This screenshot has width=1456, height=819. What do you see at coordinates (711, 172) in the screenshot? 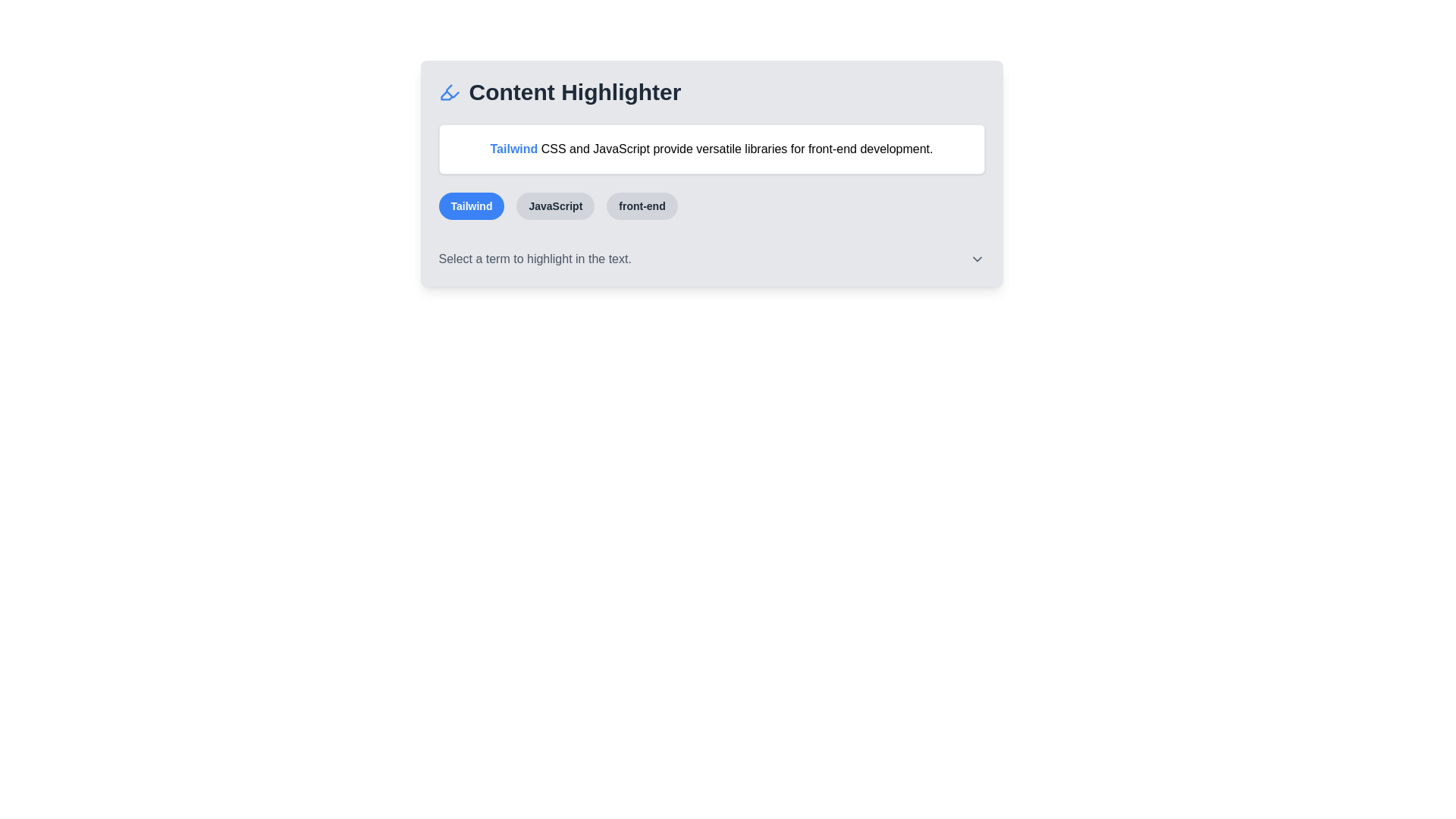
I see `the text block containing the descriptive text 'Tailwind CSS and JavaScript provide versatile libraries for front-end development.' which is located centrally below the title 'Content Highlighter' within the card-like component` at bounding box center [711, 172].